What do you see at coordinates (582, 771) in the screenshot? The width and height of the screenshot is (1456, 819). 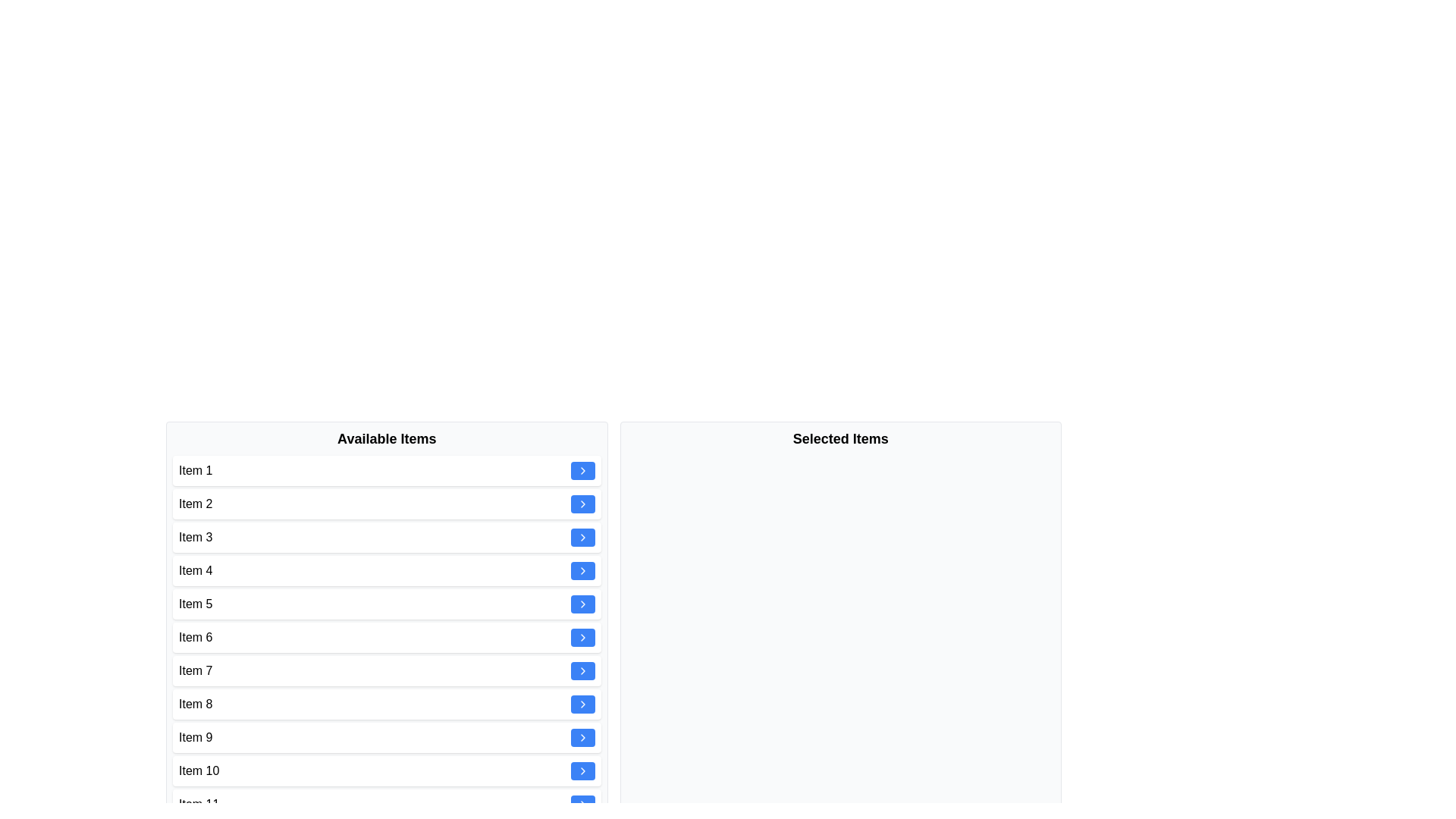 I see `the small rectangular button with a blue background and a white chevron icon, located on the right side of the row labeled 'Item 10'` at bounding box center [582, 771].